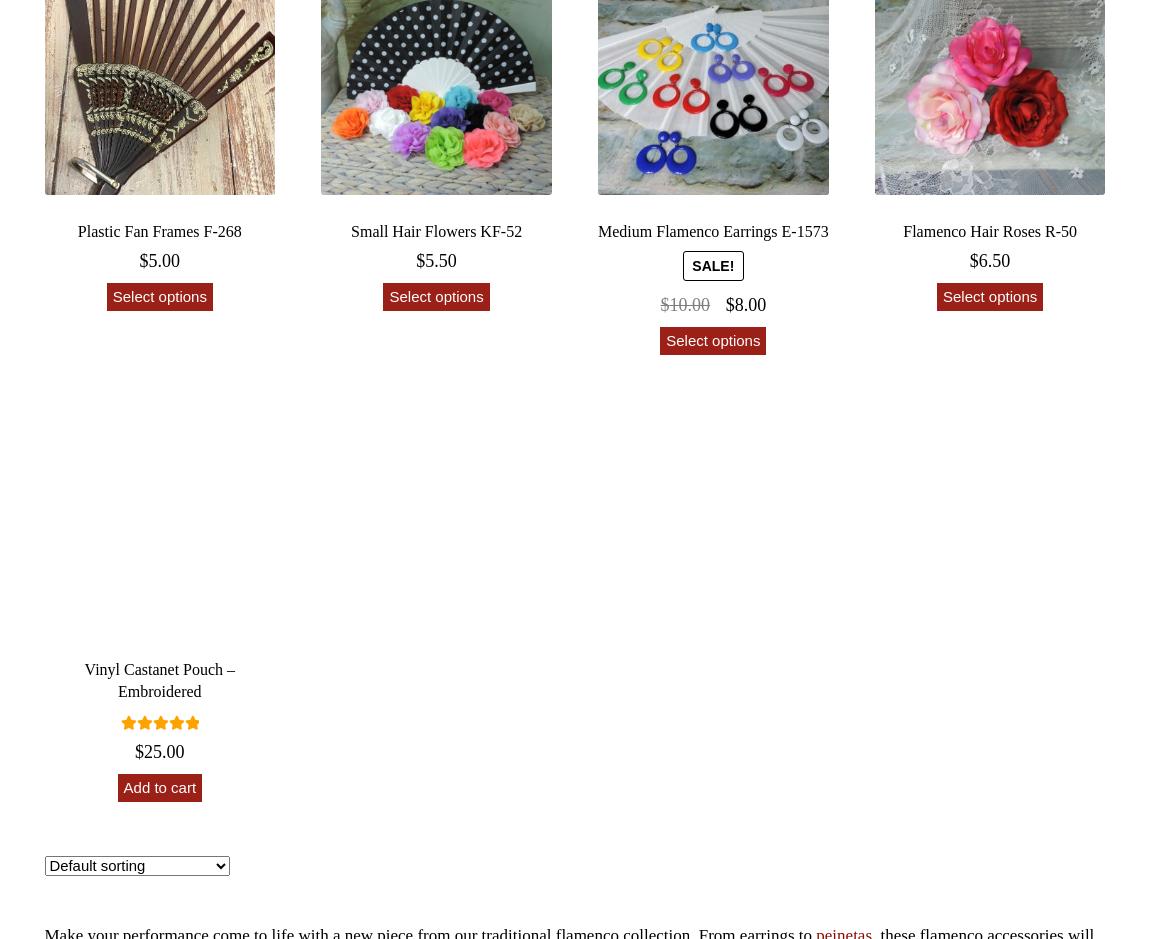 Image resolution: width=1150 pixels, height=939 pixels. What do you see at coordinates (977, 260) in the screenshot?
I see `'6.50'` at bounding box center [977, 260].